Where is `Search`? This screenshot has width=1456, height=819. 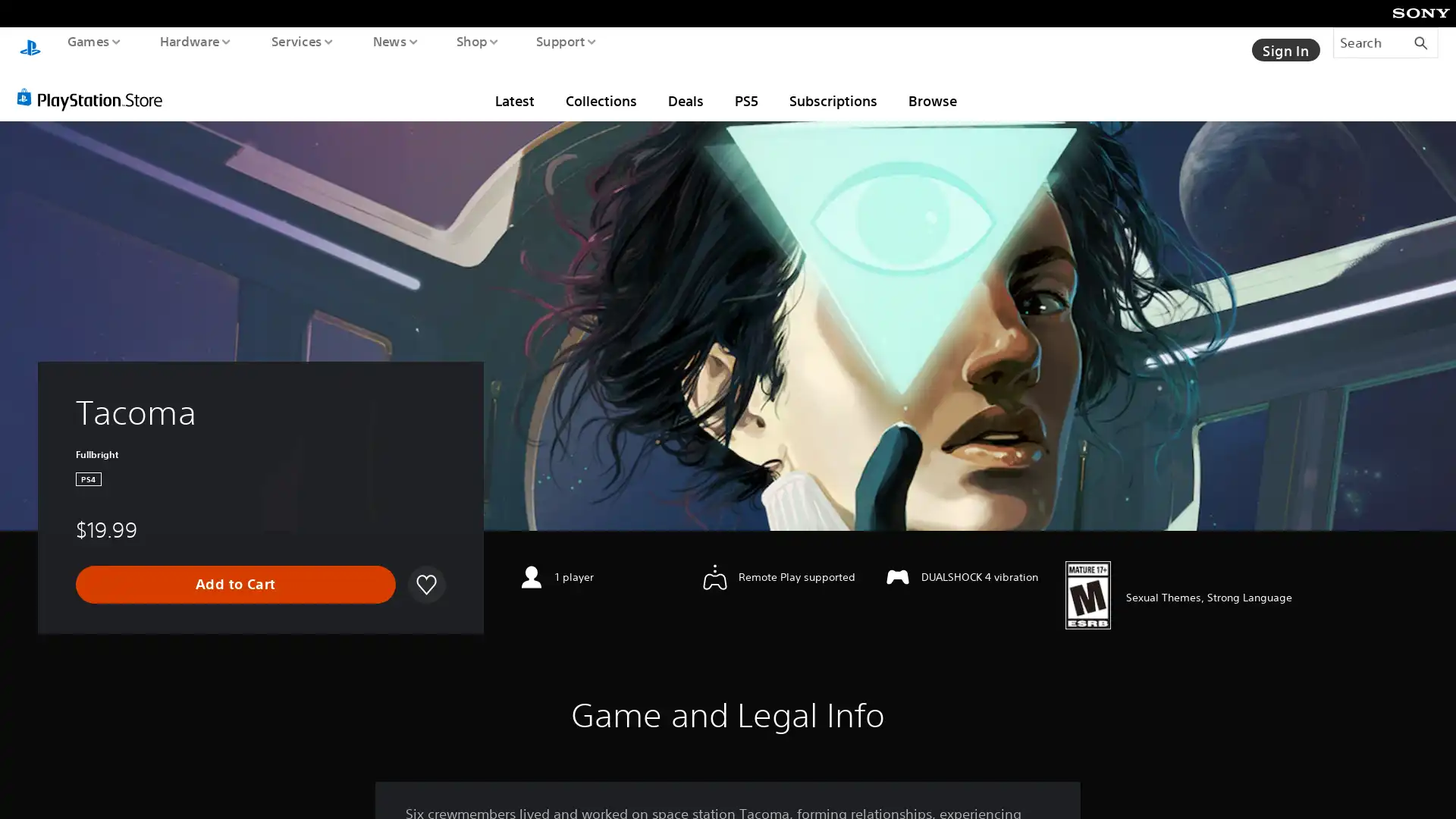
Search is located at coordinates (1385, 42).